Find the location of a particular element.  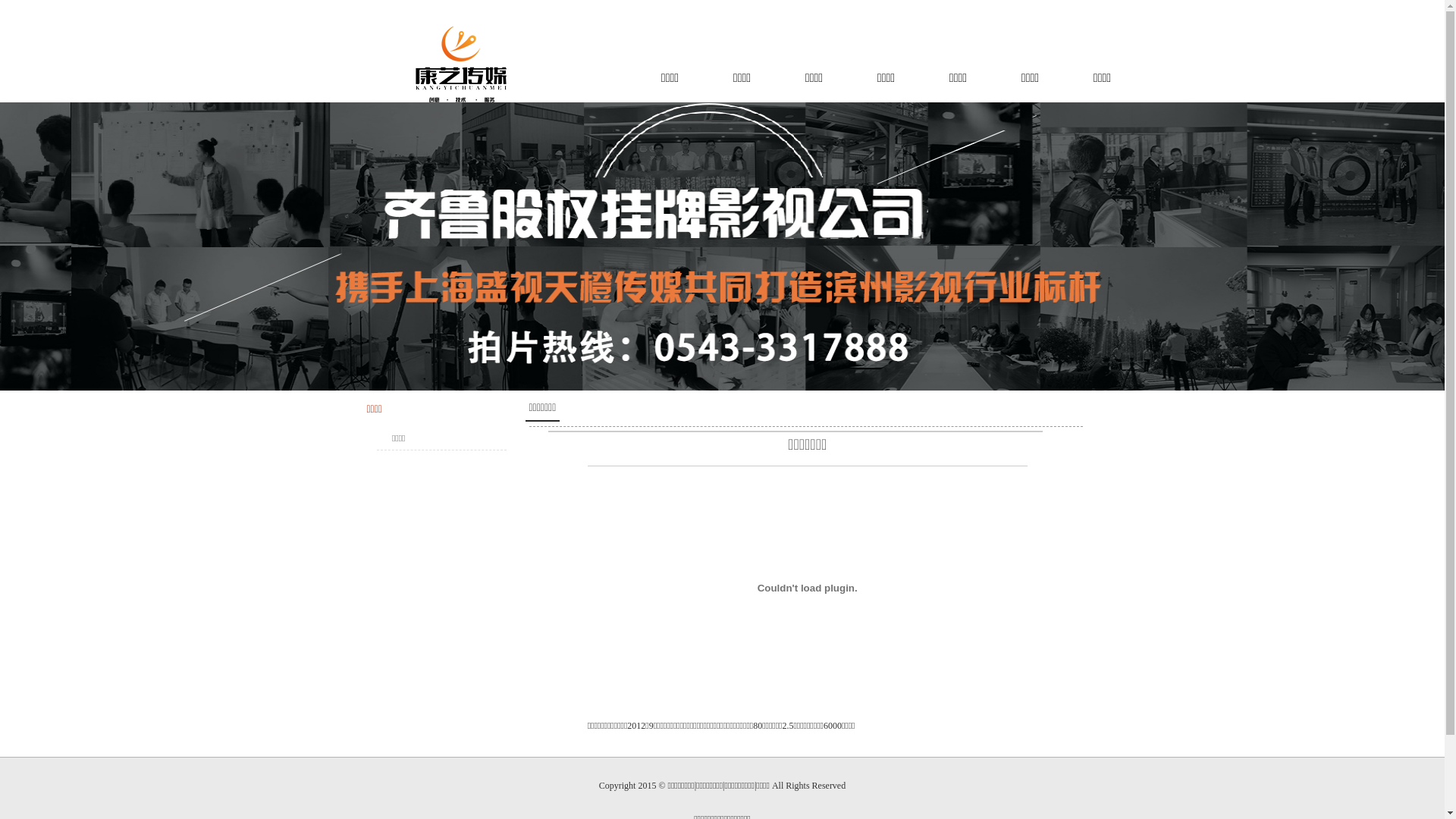

'sdyy' is located at coordinates (463, 63).